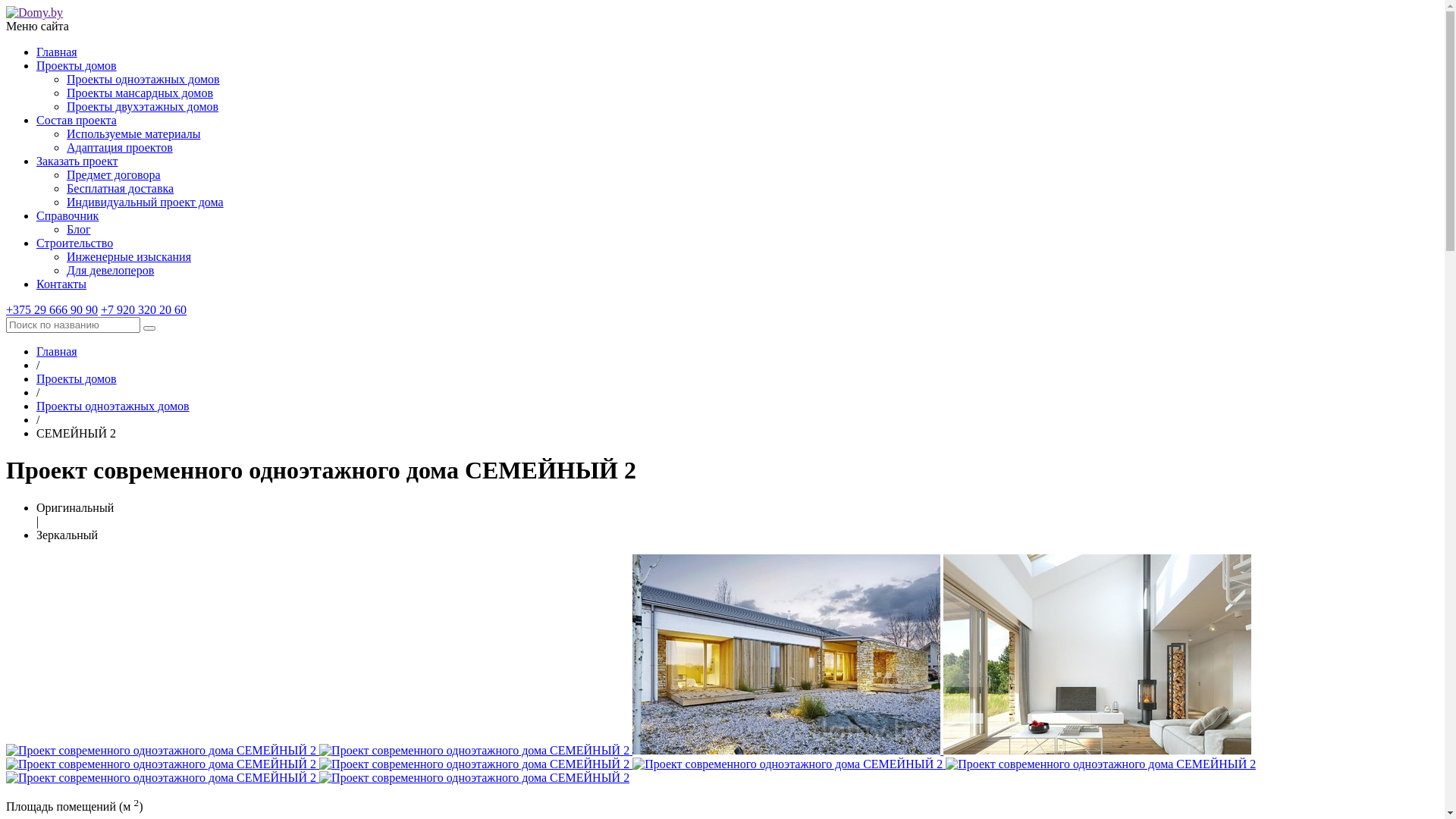  I want to click on '+375 29 666 90 90', so click(52, 309).